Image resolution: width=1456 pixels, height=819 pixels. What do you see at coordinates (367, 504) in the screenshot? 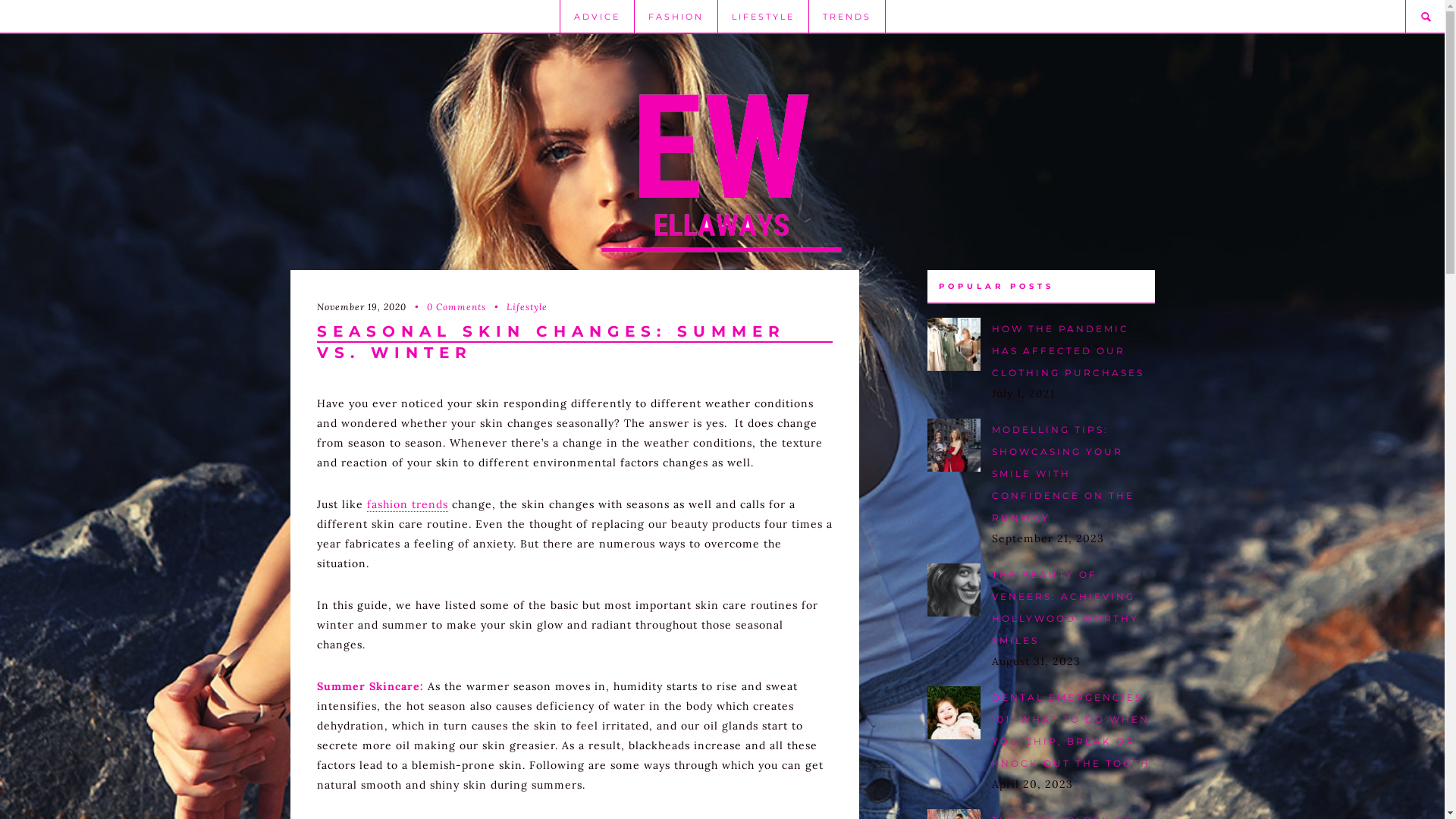
I see `'fashion trends'` at bounding box center [367, 504].